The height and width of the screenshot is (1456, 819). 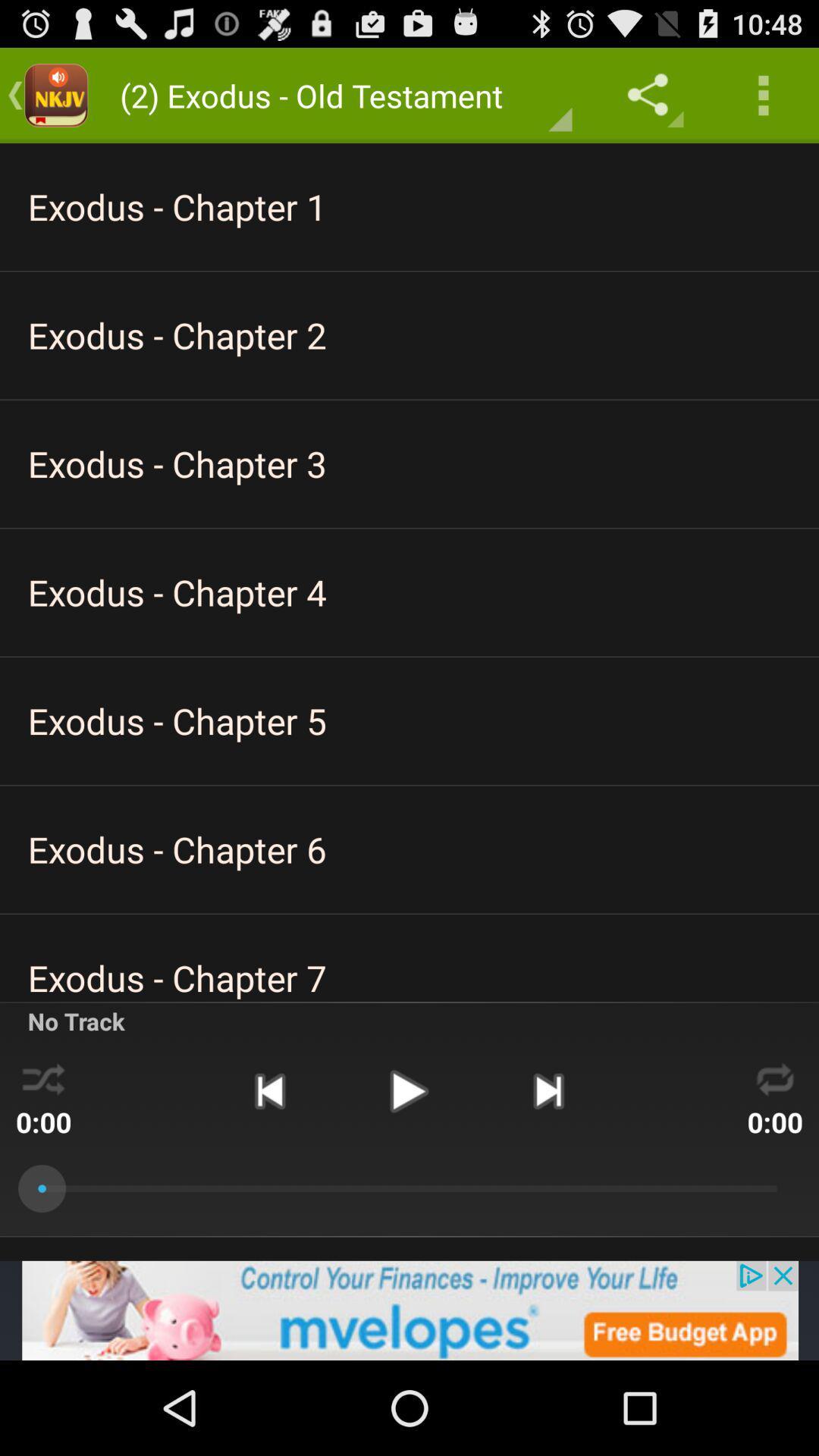 I want to click on the skip_previous icon, so click(x=268, y=1166).